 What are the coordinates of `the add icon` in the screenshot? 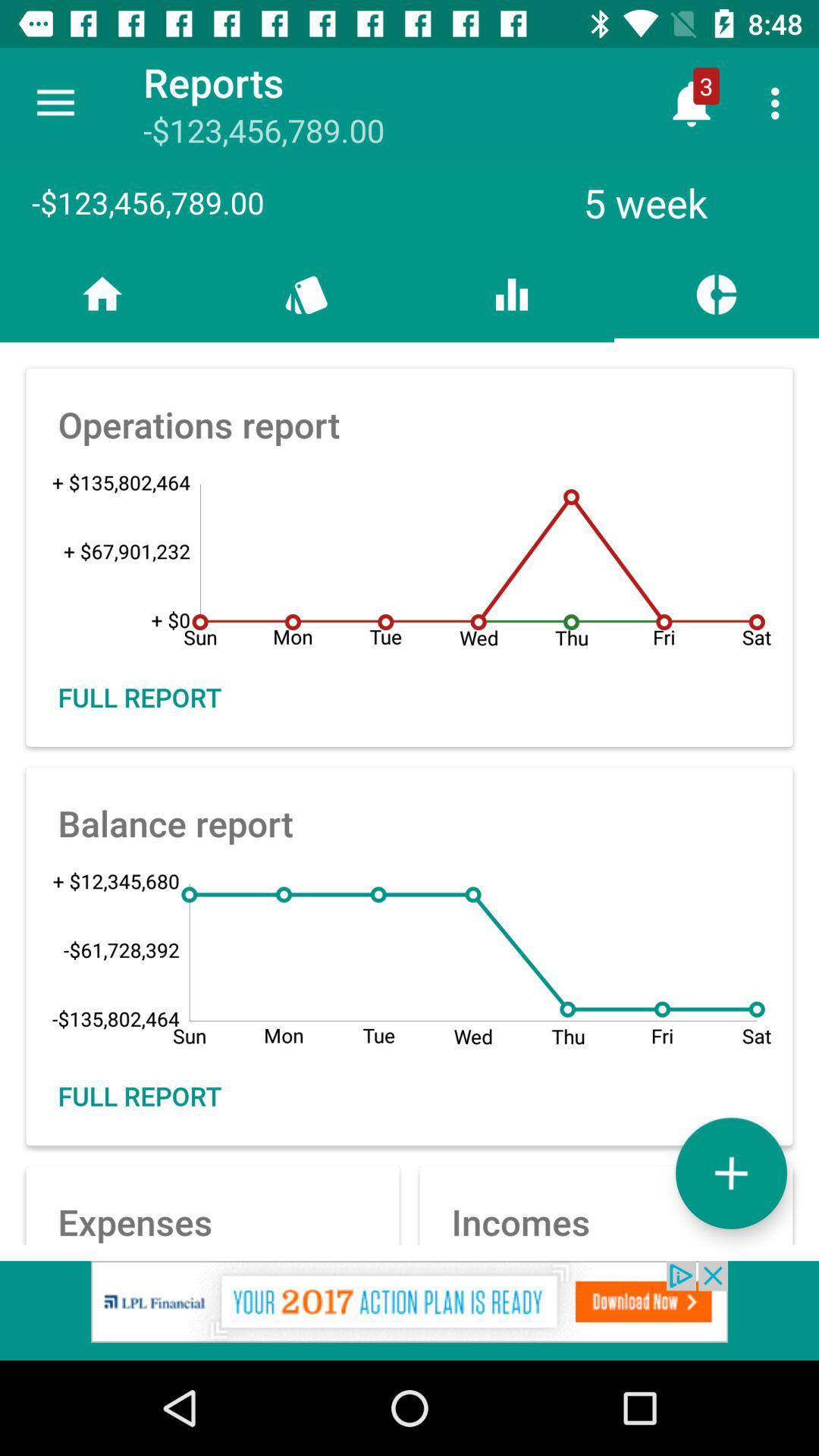 It's located at (730, 1172).